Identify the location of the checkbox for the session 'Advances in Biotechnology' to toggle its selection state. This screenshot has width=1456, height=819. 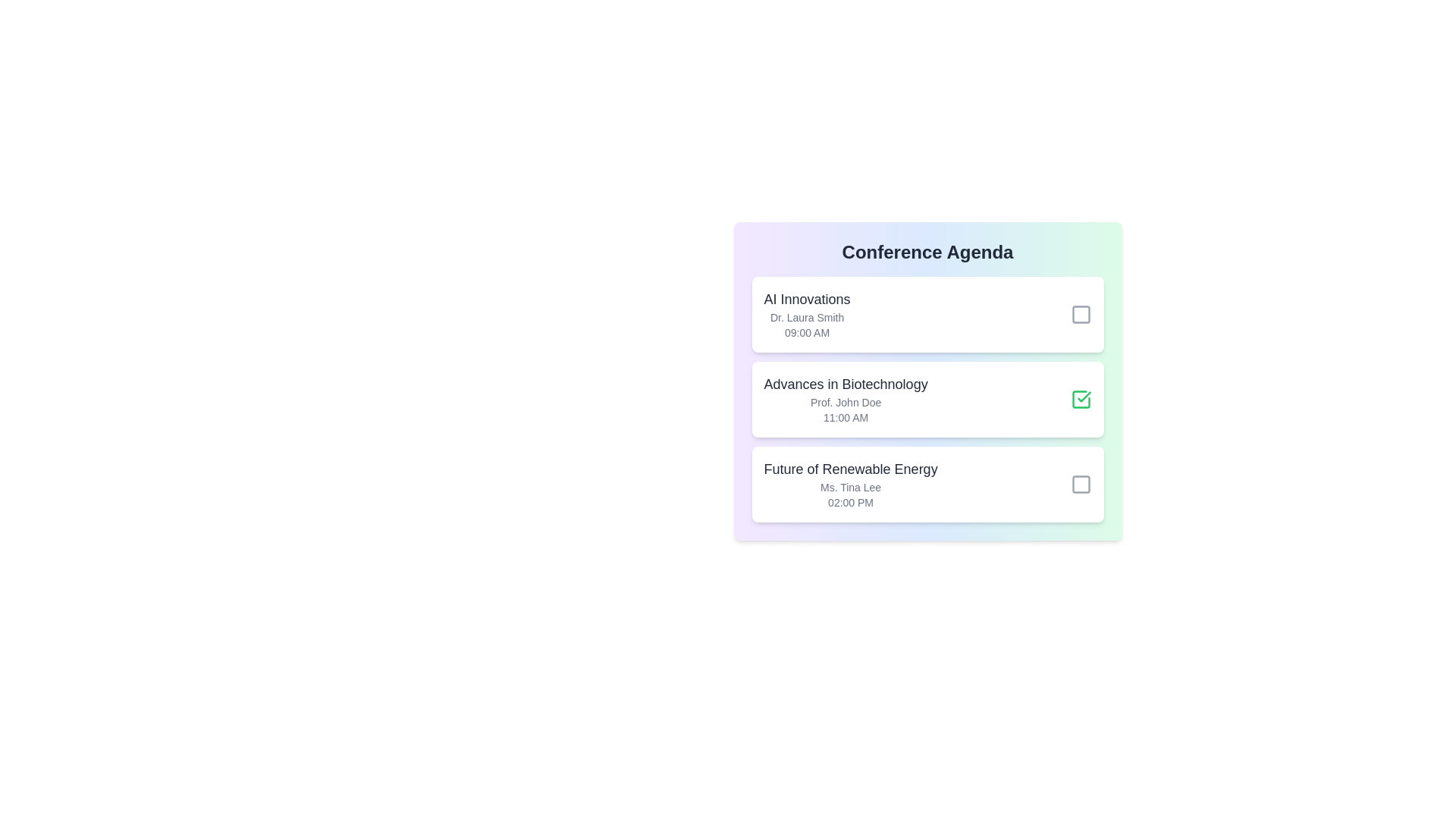
(1080, 399).